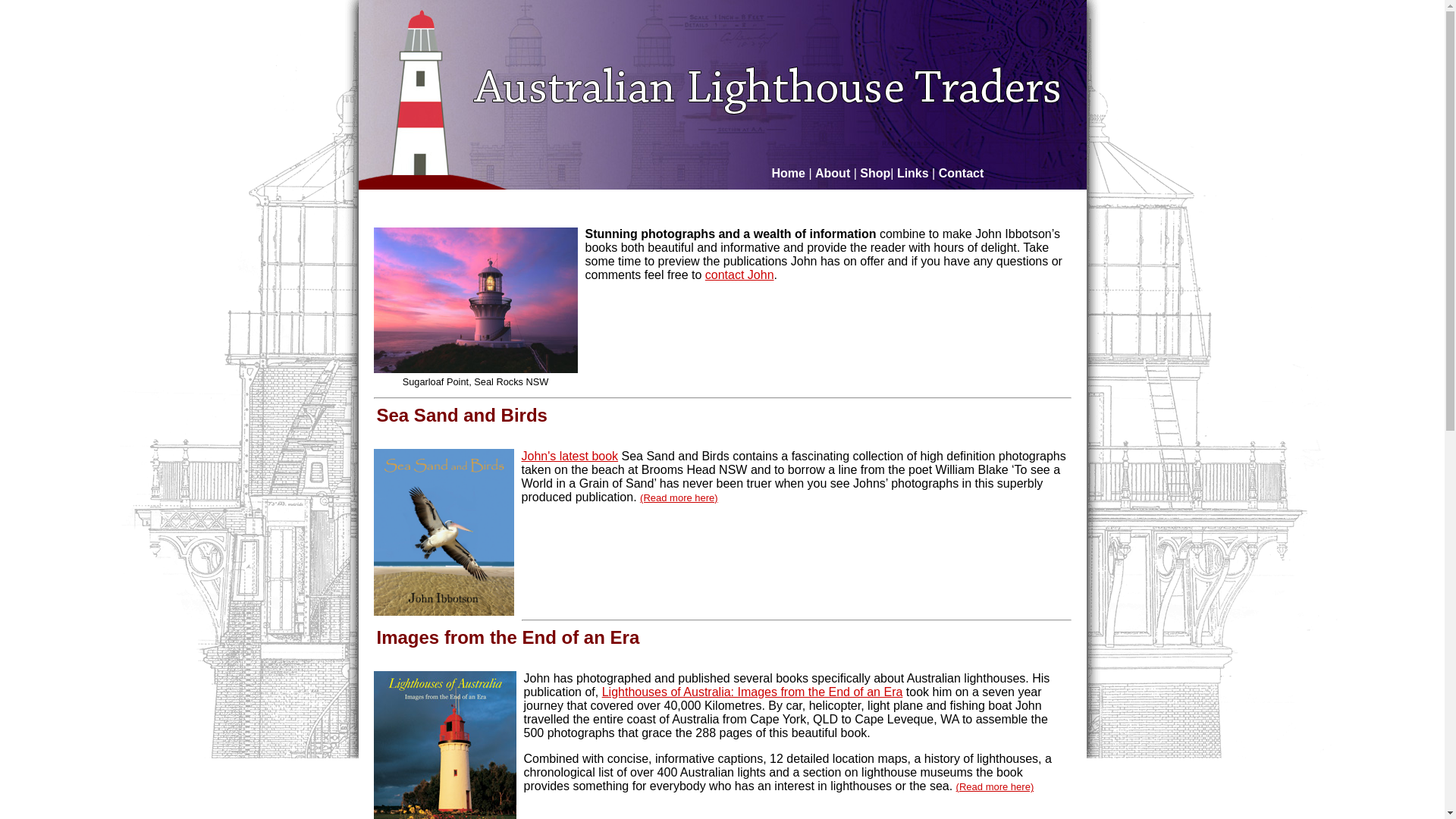  Describe the element at coordinates (640, 497) in the screenshot. I see `'(Read more here)'` at that location.